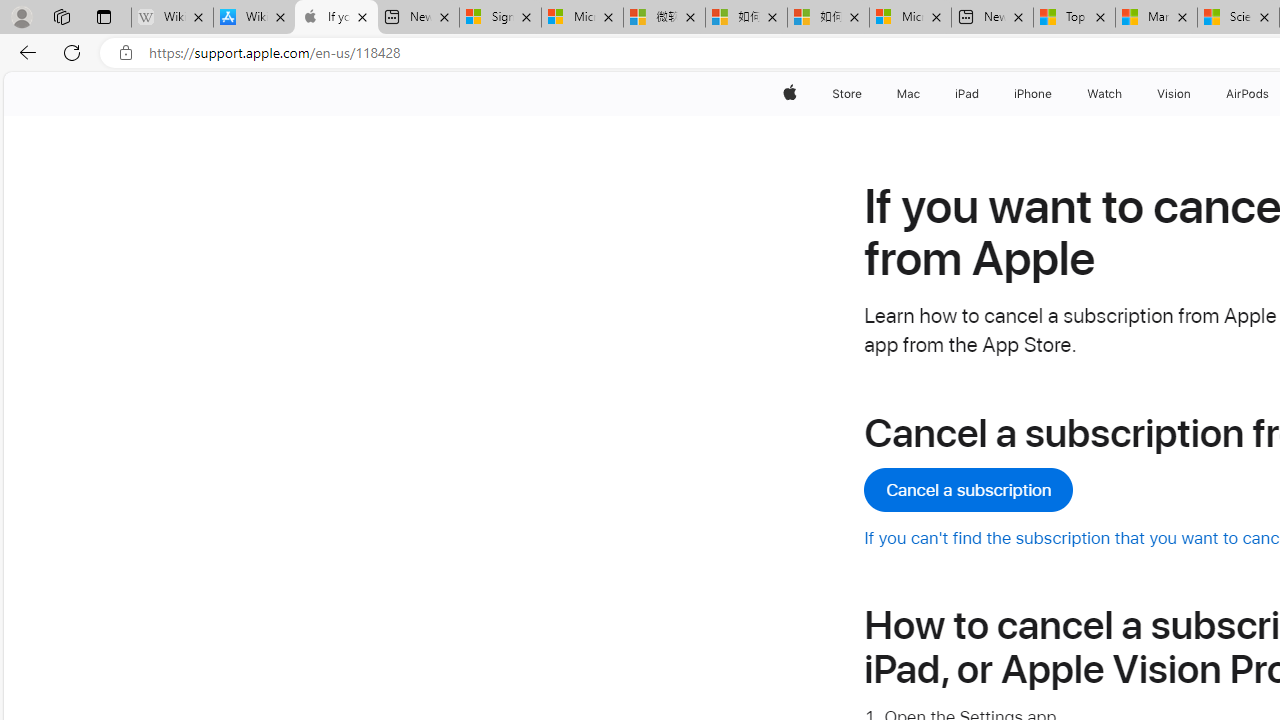 This screenshot has width=1280, height=720. I want to click on 'iPhone menu', so click(1055, 93).